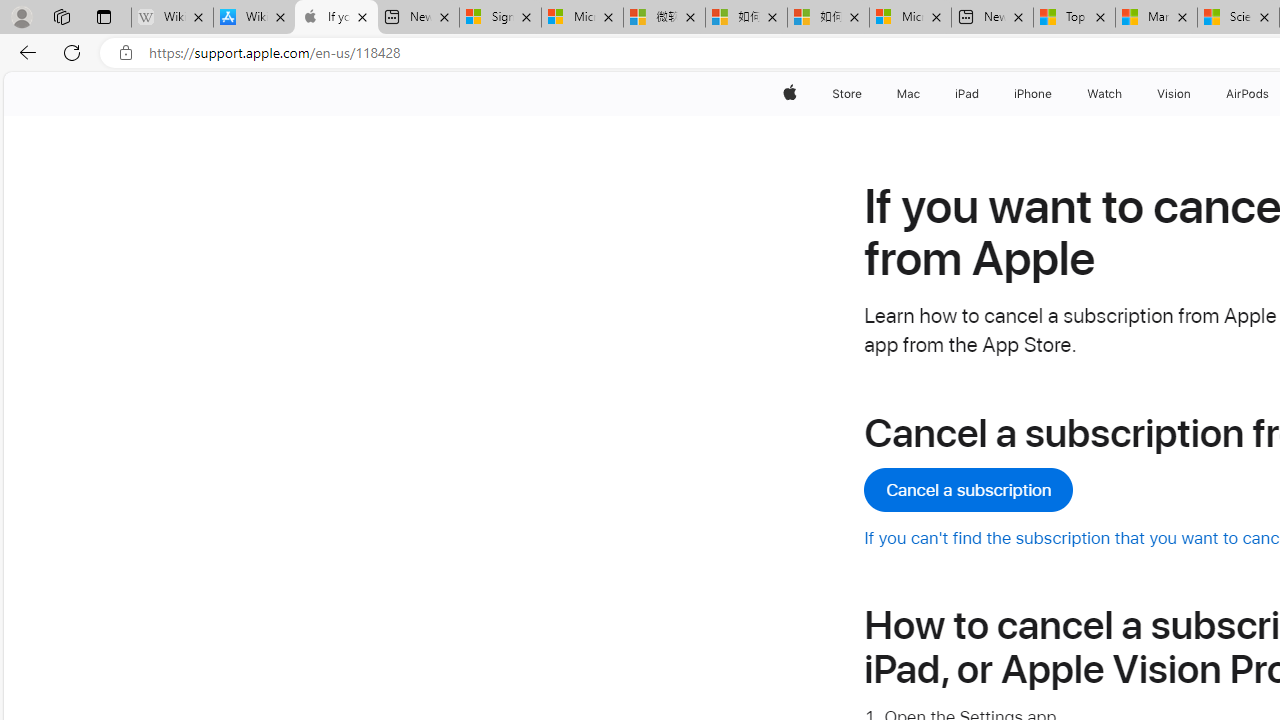 This screenshot has width=1280, height=720. I want to click on 'iPhone menu', so click(1055, 93).